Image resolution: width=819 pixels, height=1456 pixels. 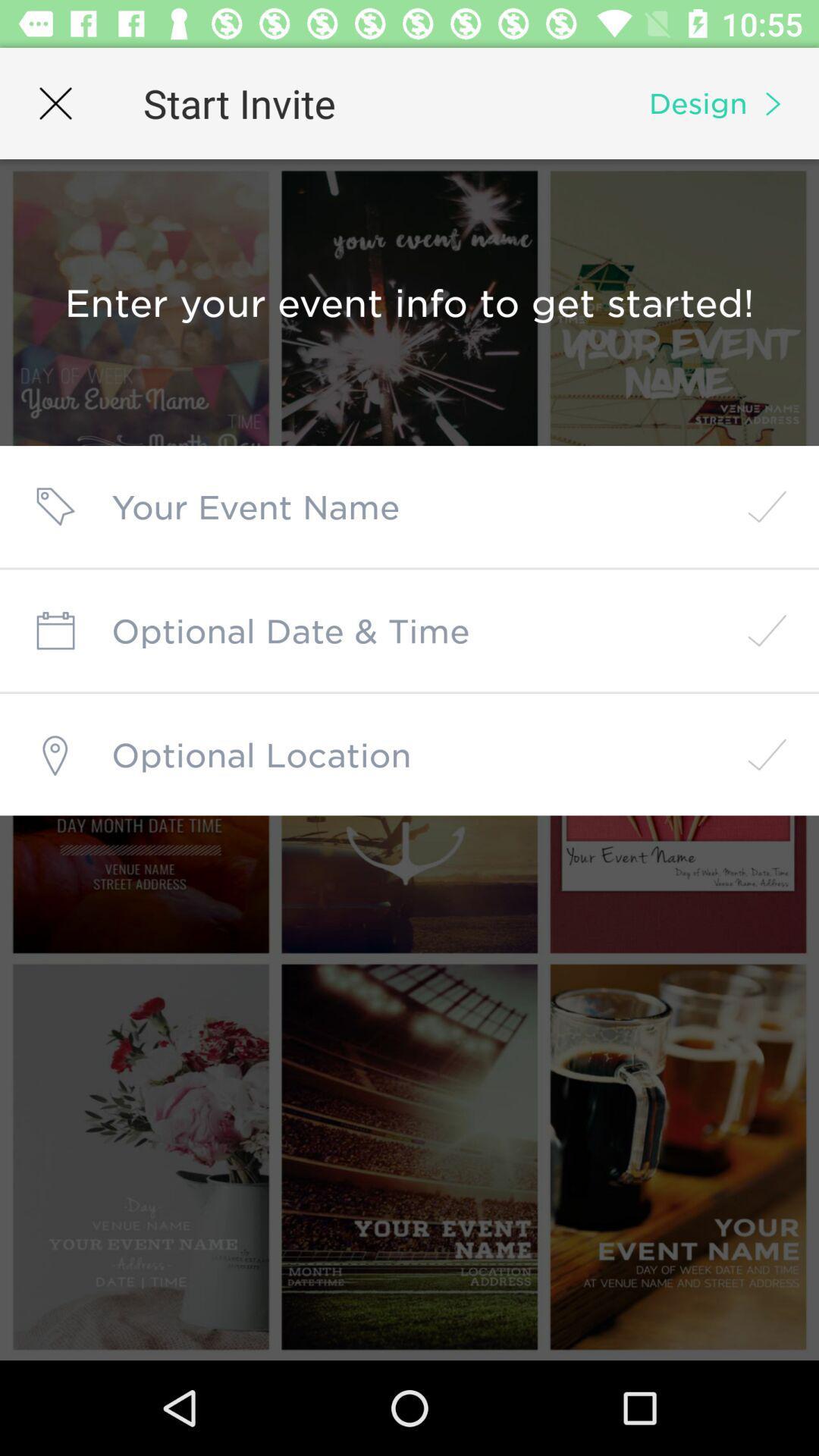 I want to click on date and time, so click(x=409, y=630).